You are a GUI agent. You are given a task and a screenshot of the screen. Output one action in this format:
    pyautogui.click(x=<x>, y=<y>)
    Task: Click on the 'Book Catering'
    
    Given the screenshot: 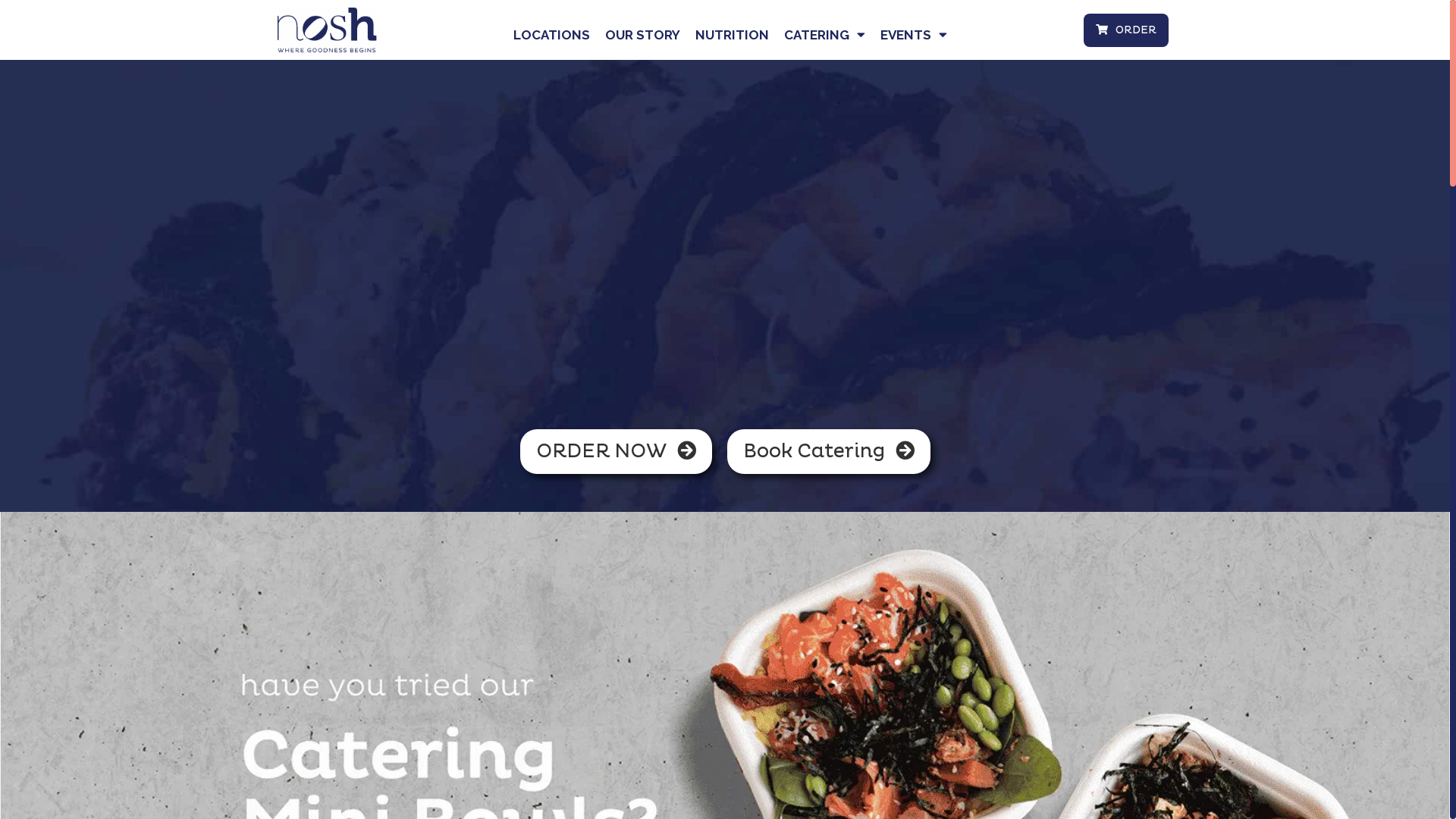 What is the action you would take?
    pyautogui.click(x=827, y=451)
    